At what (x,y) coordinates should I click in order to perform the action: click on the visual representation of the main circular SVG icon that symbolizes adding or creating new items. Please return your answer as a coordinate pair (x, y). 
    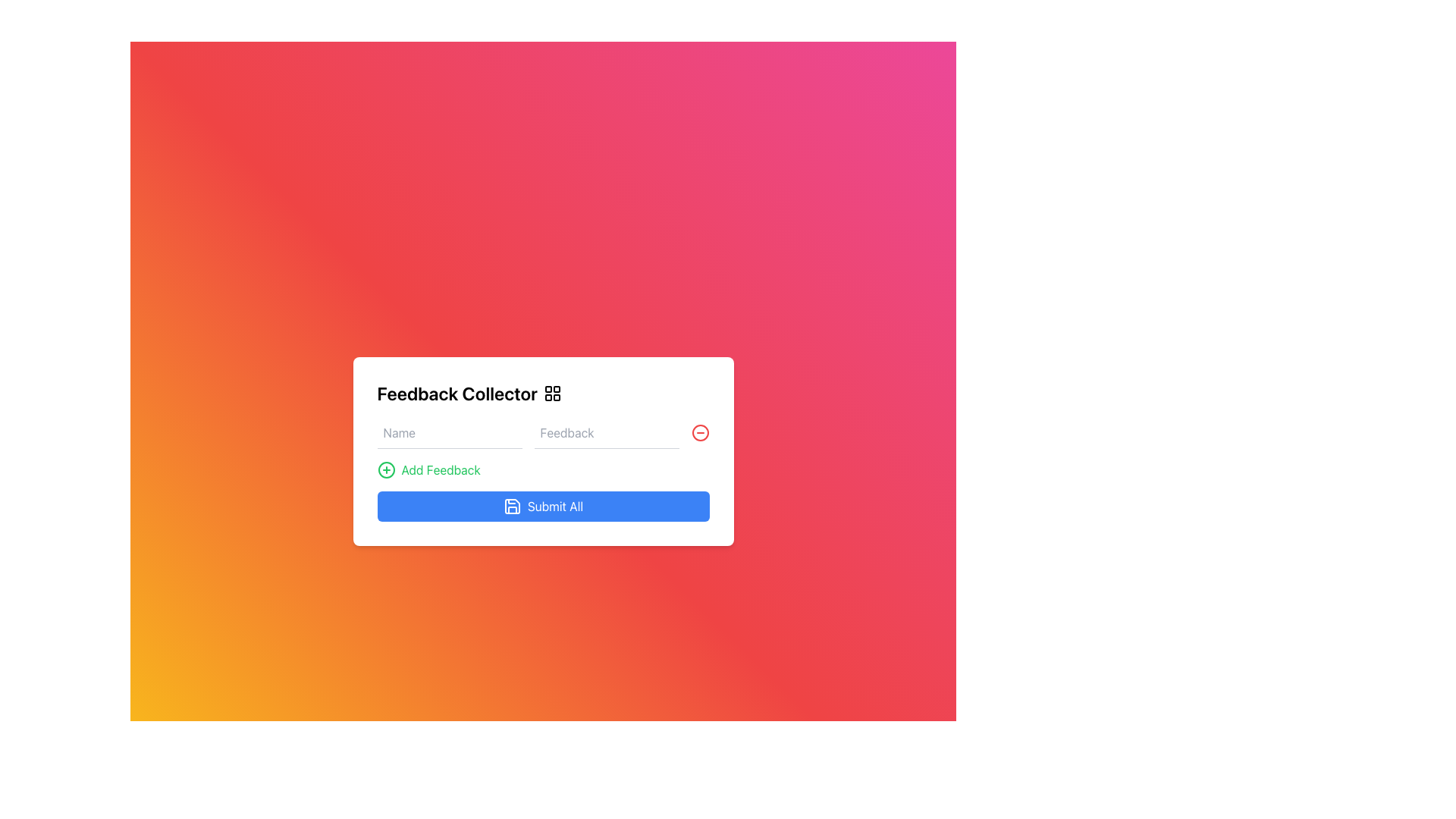
    Looking at the image, I should click on (386, 469).